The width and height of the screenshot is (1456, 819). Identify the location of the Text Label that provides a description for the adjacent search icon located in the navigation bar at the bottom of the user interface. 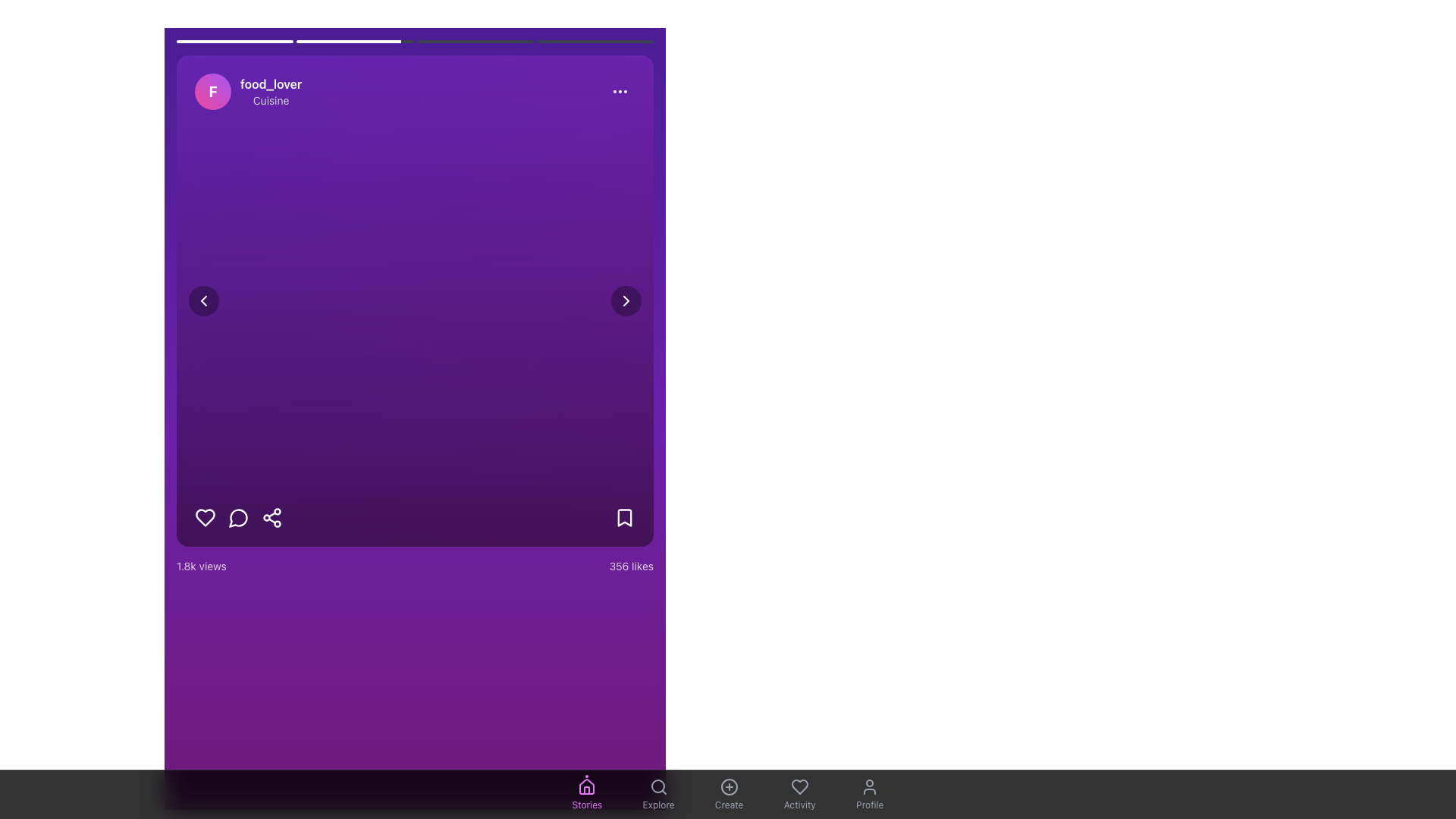
(658, 804).